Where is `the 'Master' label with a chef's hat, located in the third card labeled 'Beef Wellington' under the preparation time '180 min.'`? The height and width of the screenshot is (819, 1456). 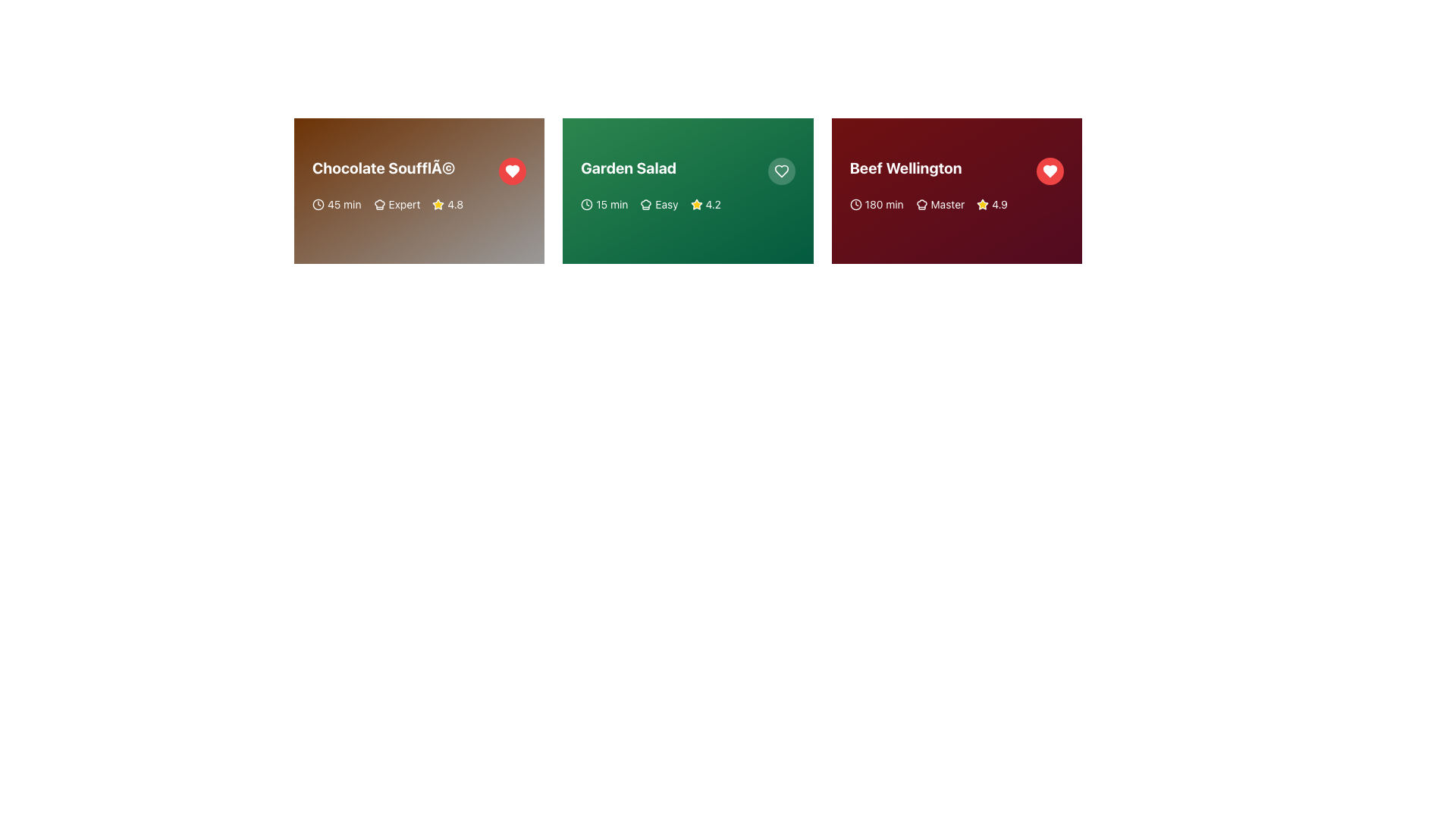 the 'Master' label with a chef's hat, located in the third card labeled 'Beef Wellington' under the preparation time '180 min.' is located at coordinates (939, 205).